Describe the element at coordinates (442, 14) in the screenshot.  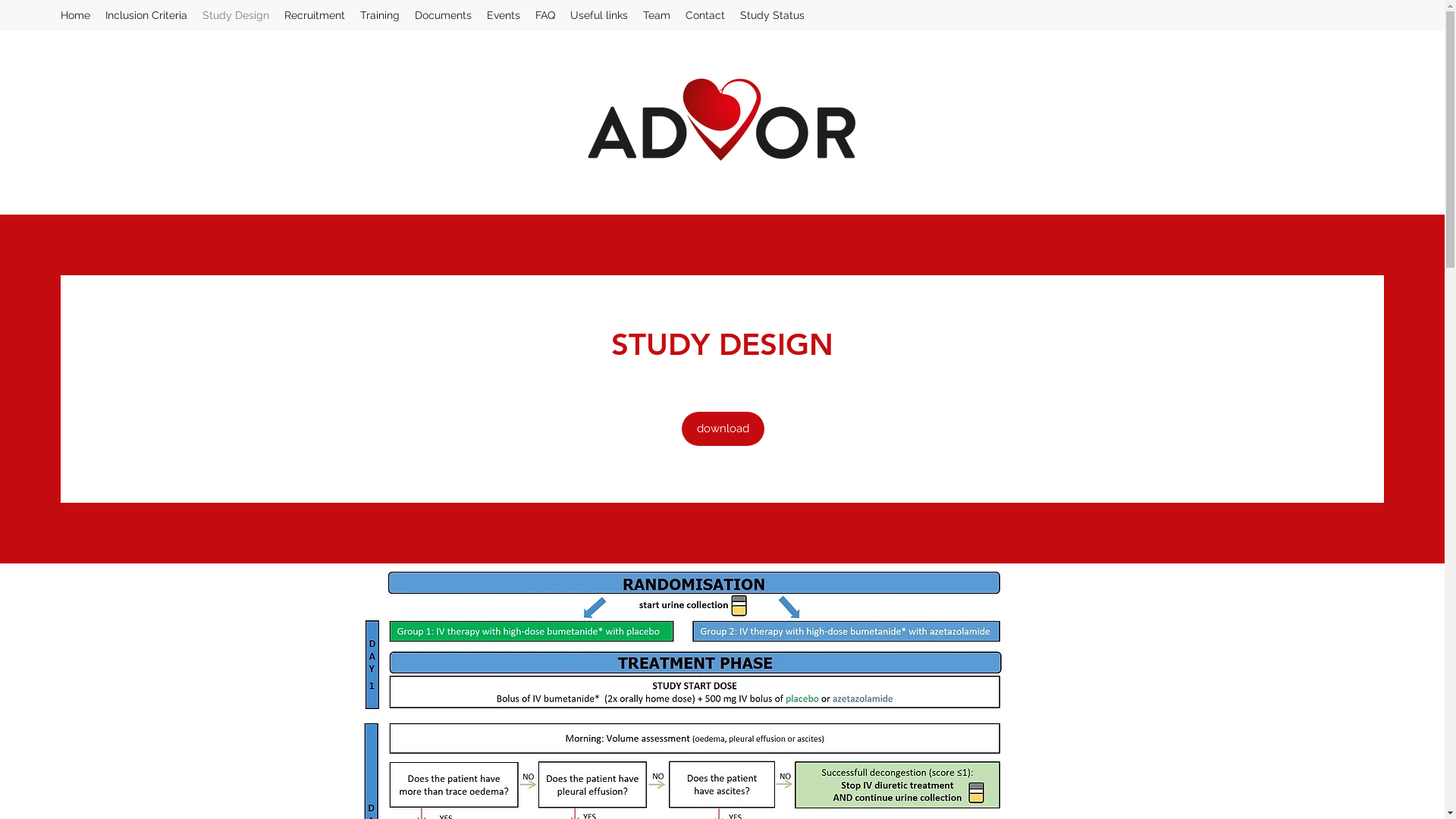
I see `'Documents'` at that location.